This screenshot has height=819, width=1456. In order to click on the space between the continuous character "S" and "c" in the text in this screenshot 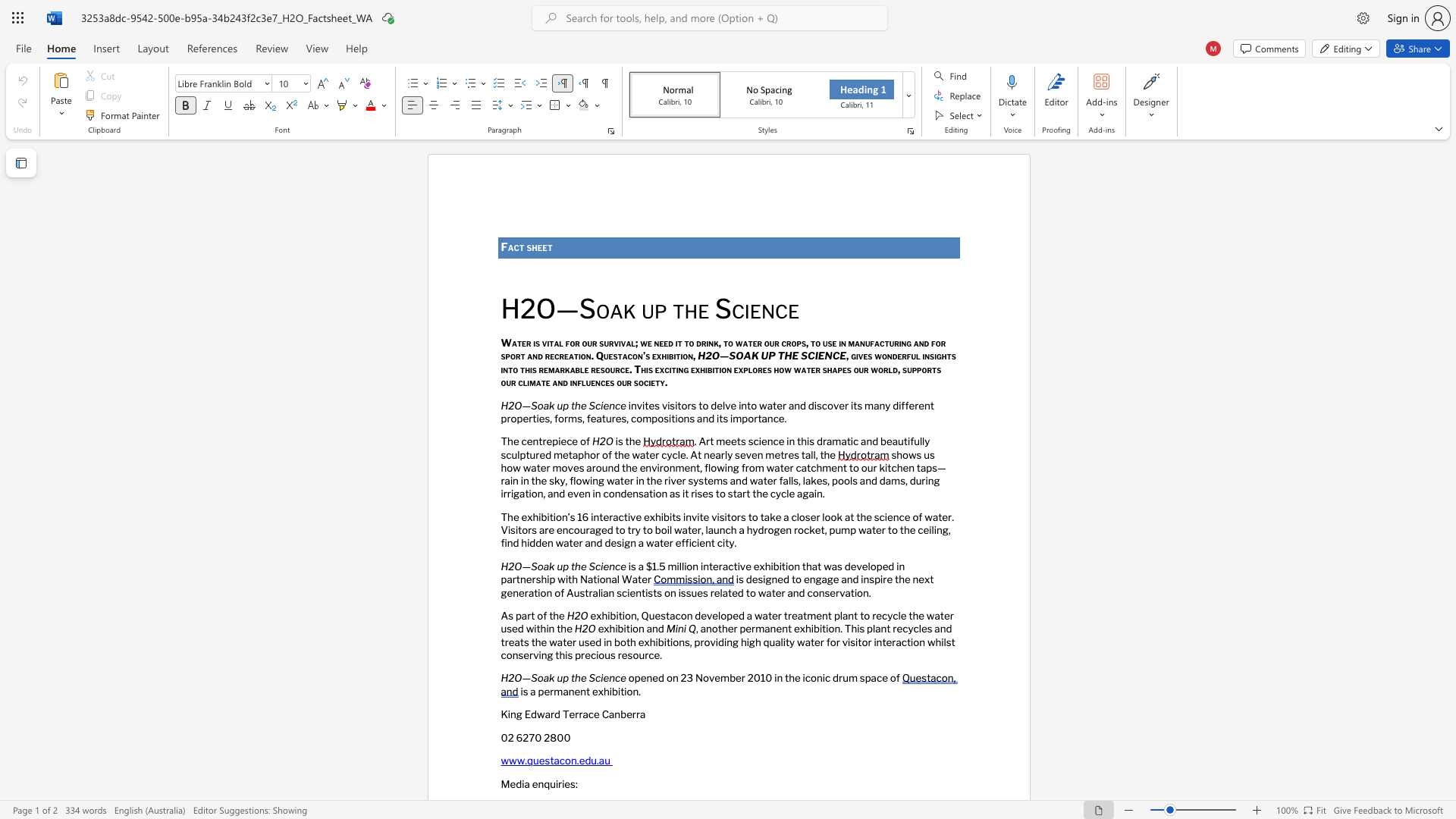, I will do `click(594, 404)`.